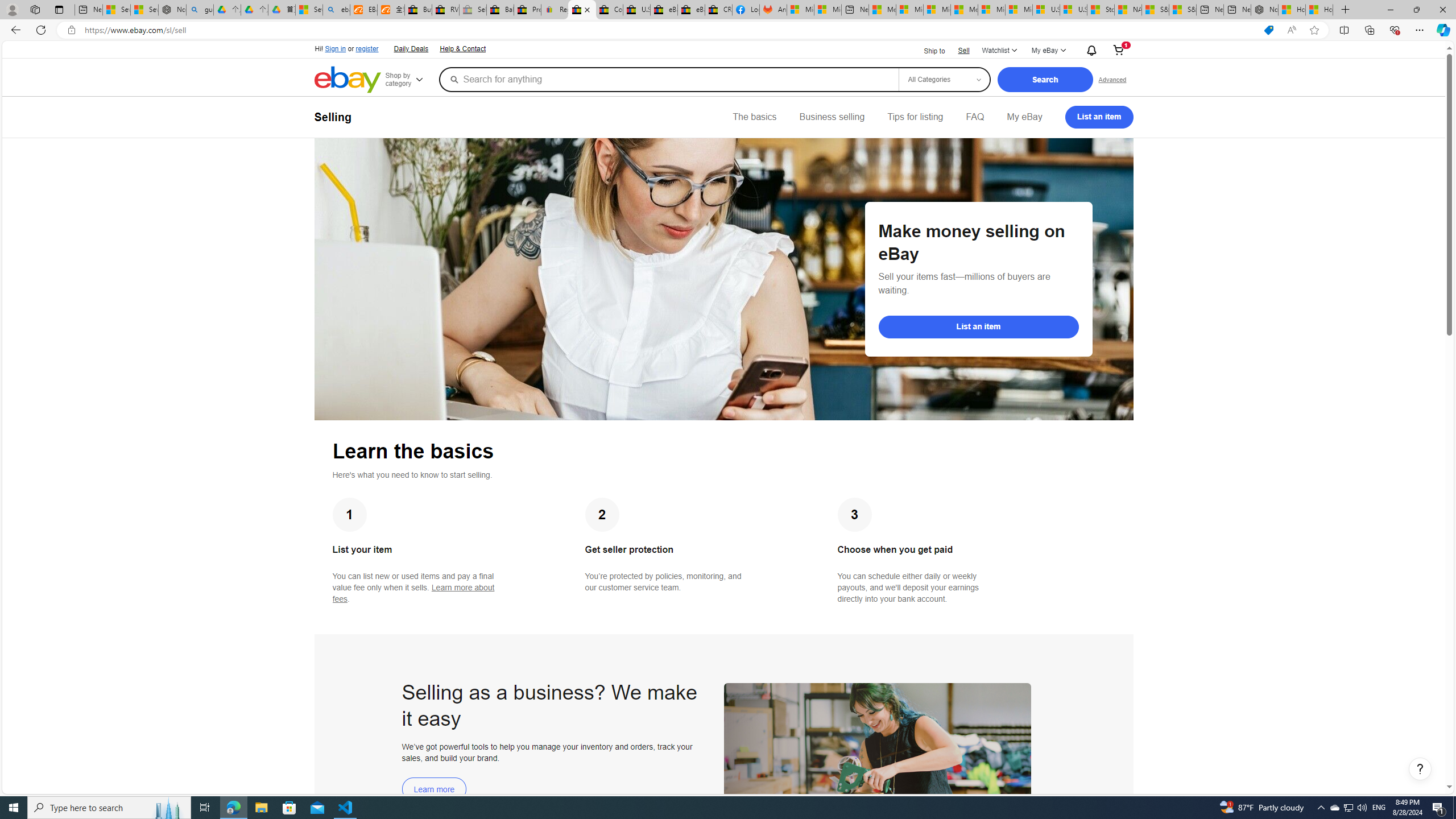 The image size is (1456, 819). I want to click on 'My eBay', so click(1023, 116).